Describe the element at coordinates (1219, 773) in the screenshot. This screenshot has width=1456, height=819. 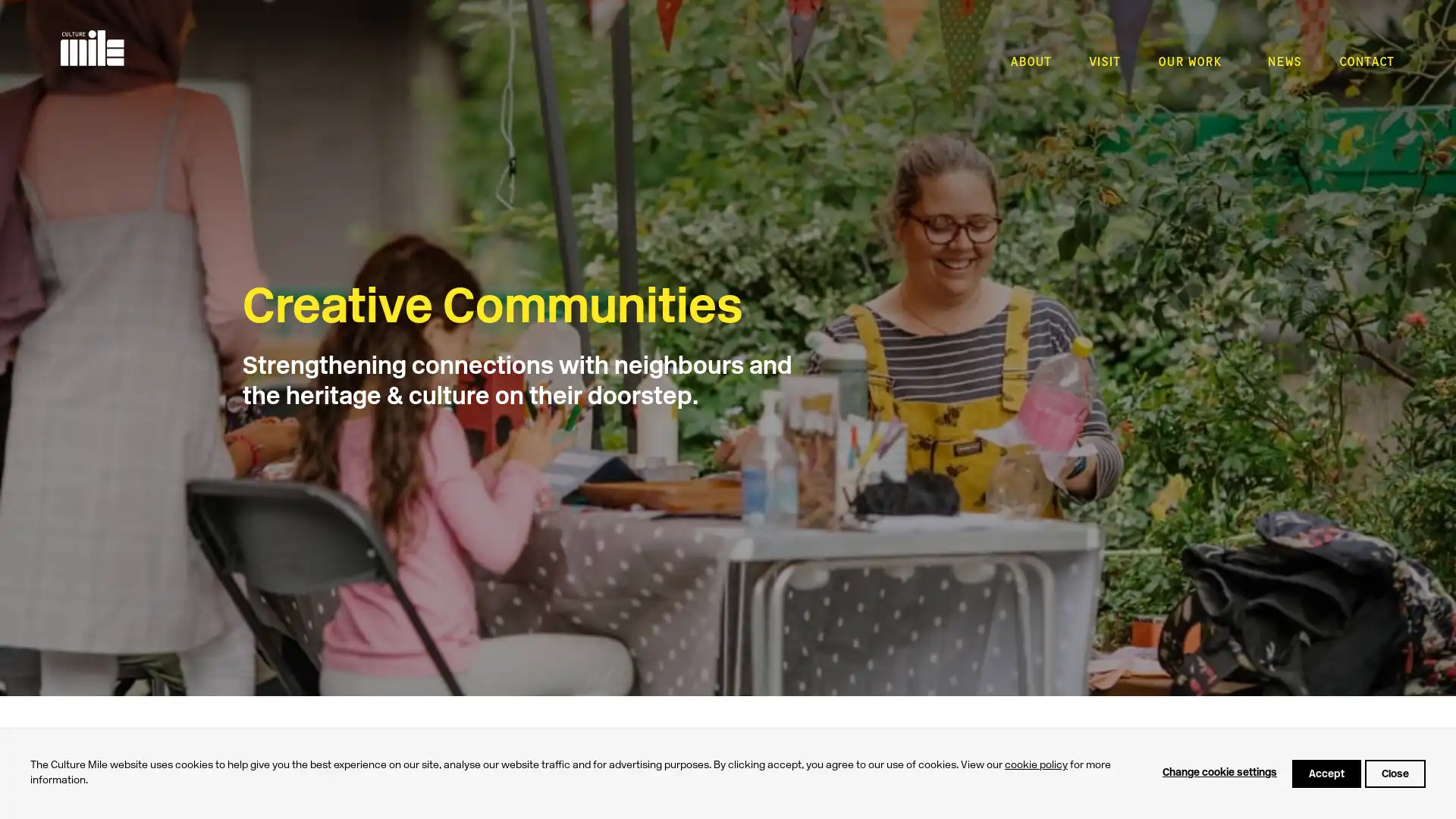
I see `Change cookie settings` at that location.